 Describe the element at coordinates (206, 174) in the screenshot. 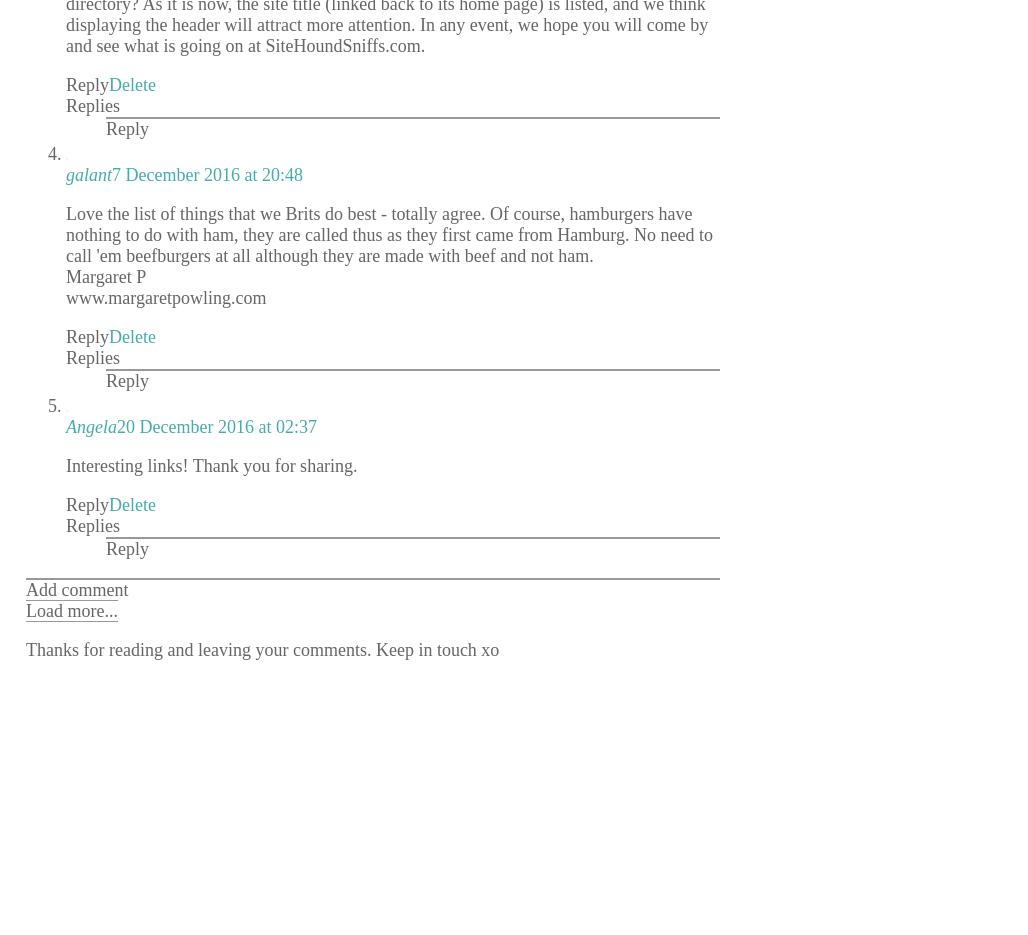

I see `'7 December 2016 at 20:48'` at that location.